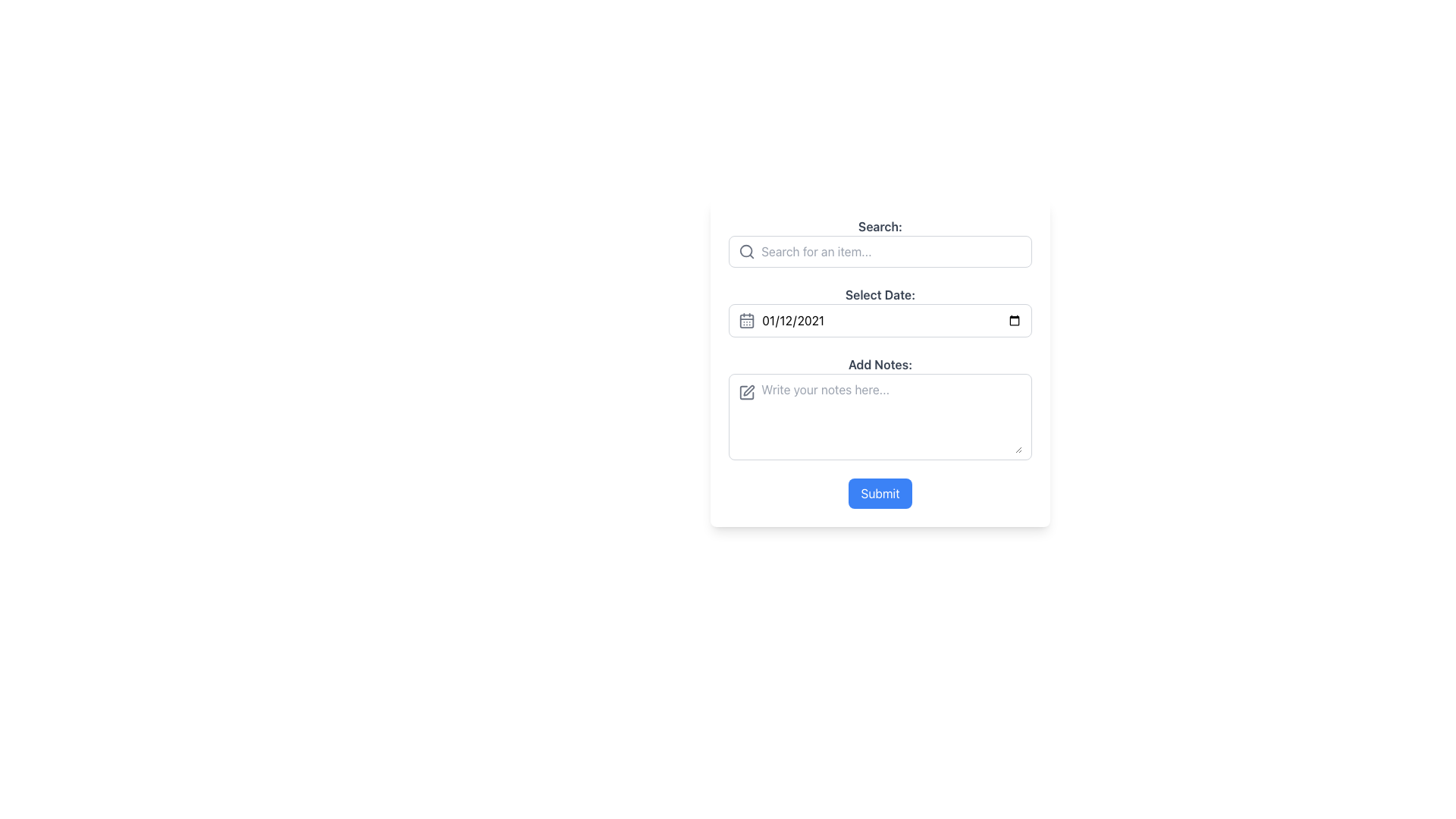  Describe the element at coordinates (880, 365) in the screenshot. I see `the 'Add Notes:' text label which is displayed in bold and gray font, positioned above the text input area with the placeholder 'Write your notes here...'` at that location.